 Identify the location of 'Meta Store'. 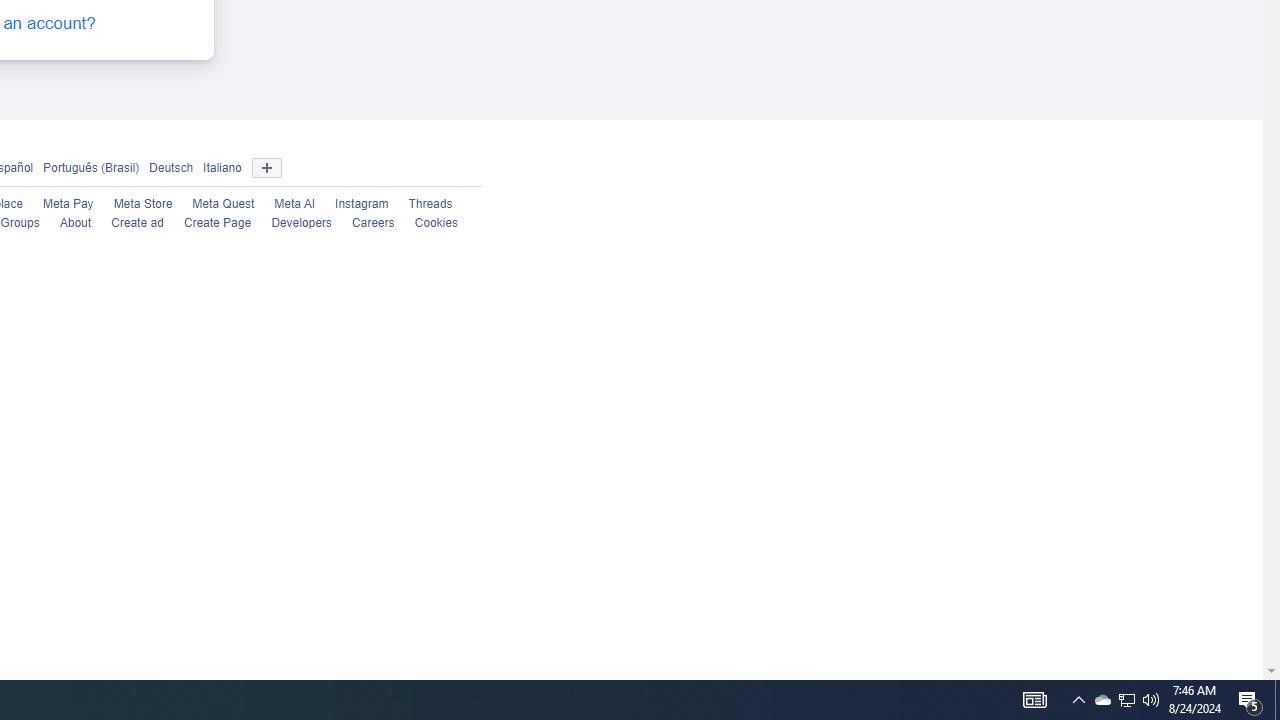
(141, 204).